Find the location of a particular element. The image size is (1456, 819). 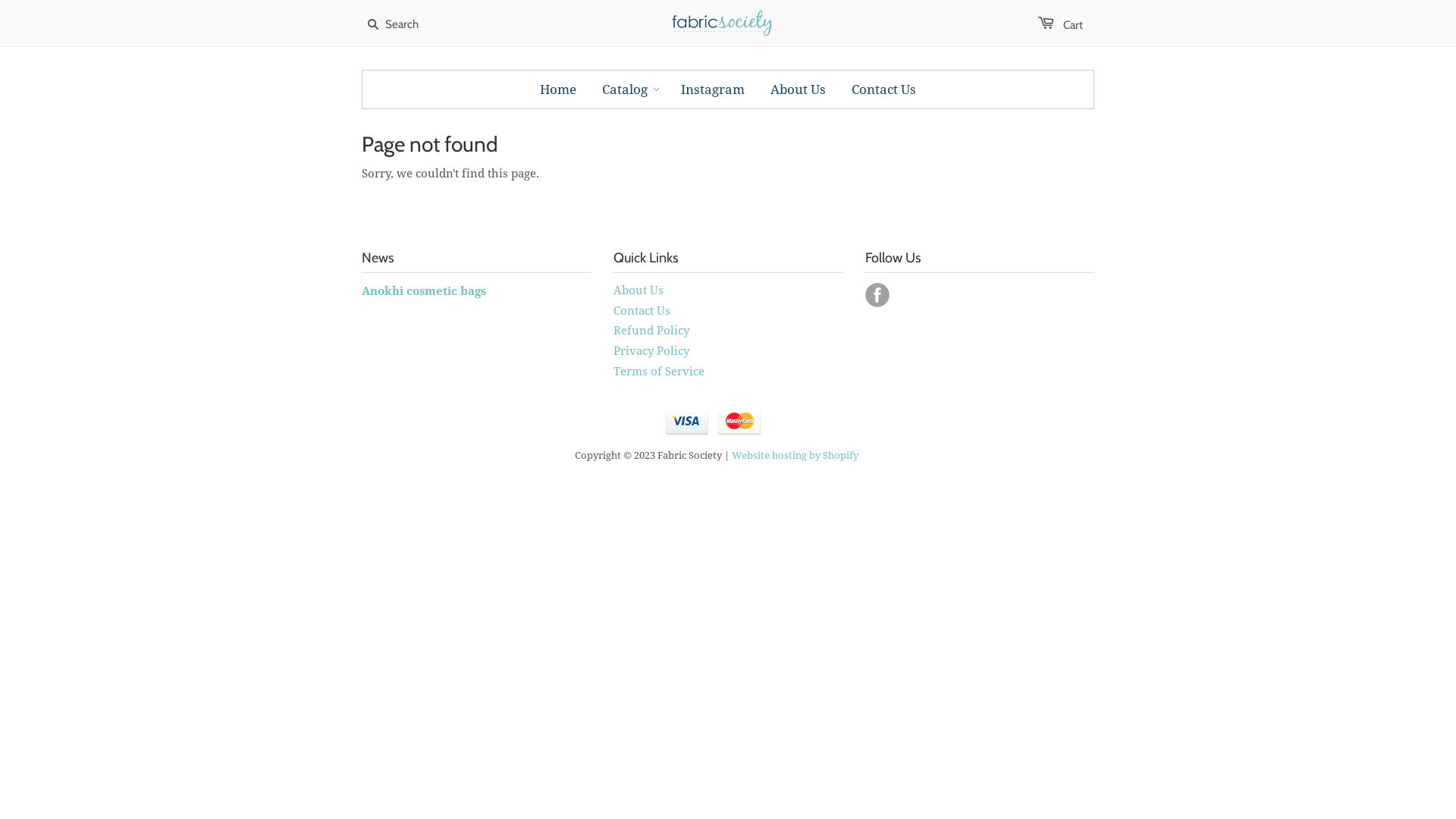

'Catalog' is located at coordinates (625, 89).